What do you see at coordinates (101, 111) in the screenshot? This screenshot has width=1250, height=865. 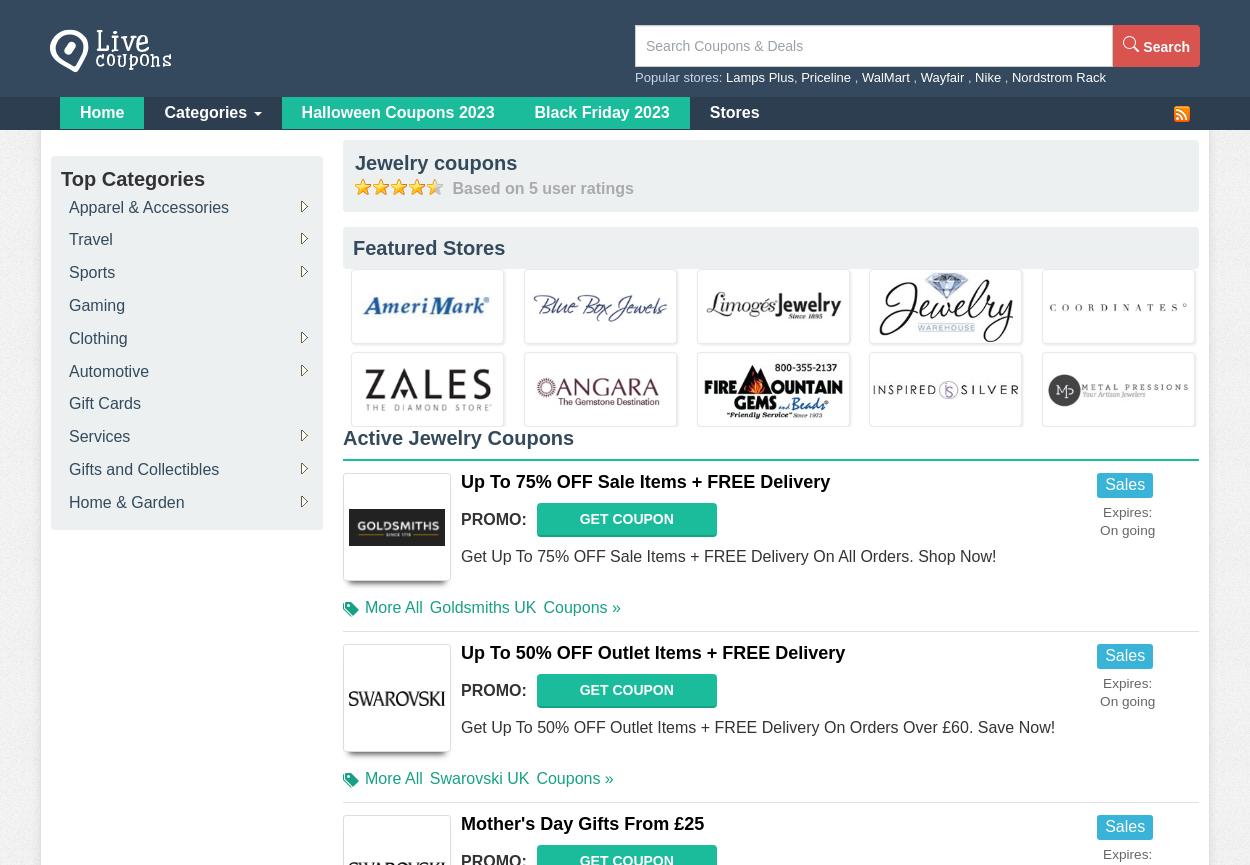 I see `'Home'` at bounding box center [101, 111].